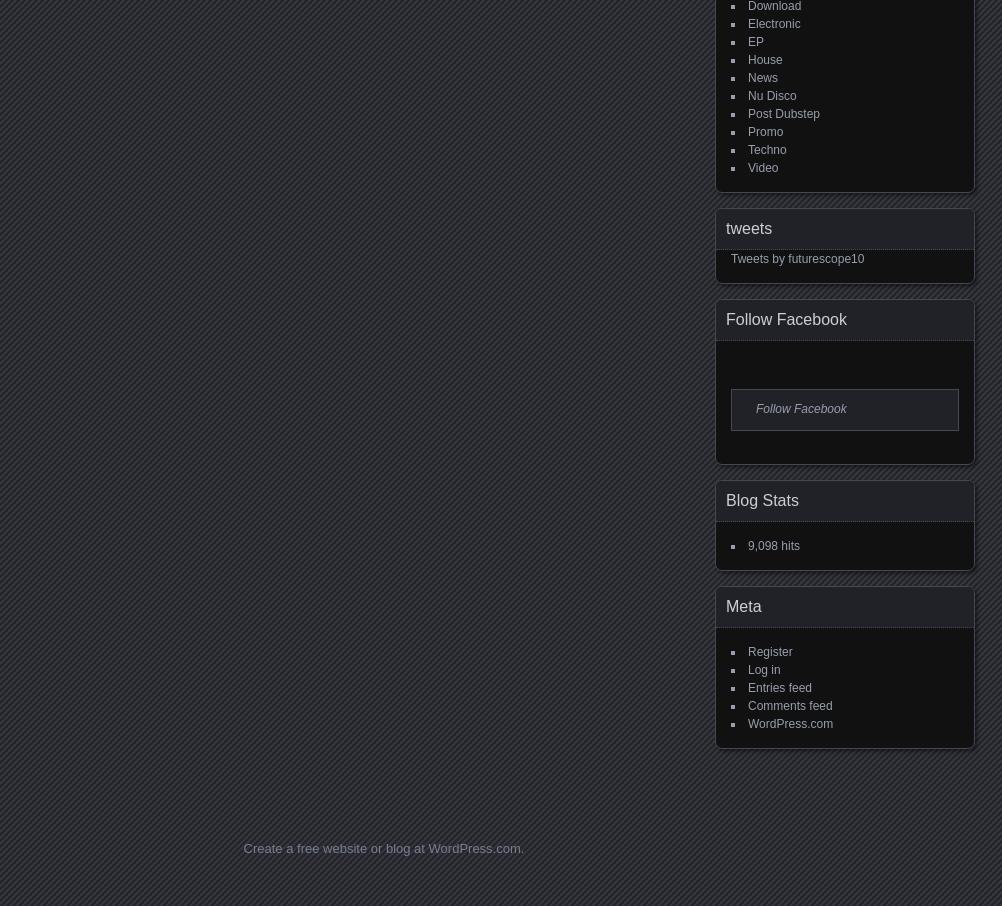 This screenshot has width=1002, height=906. Describe the element at coordinates (755, 41) in the screenshot. I see `'EP'` at that location.